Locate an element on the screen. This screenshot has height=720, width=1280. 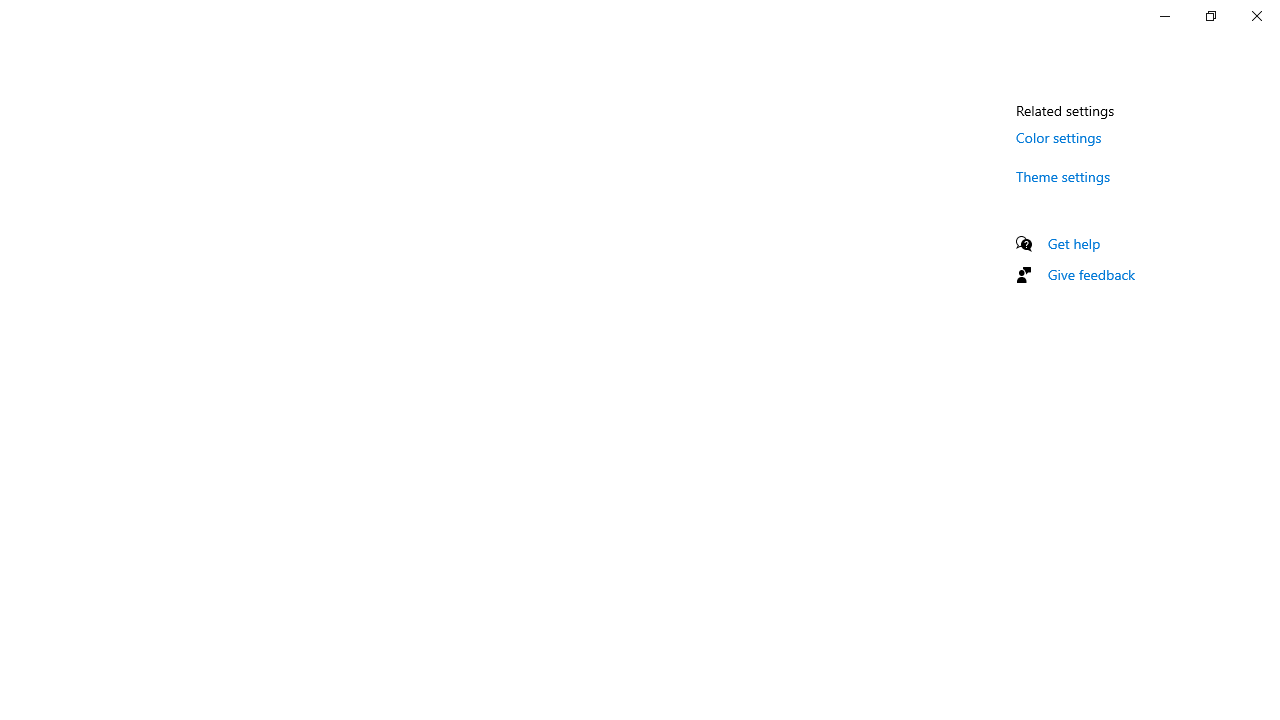
'Color settings' is located at coordinates (1058, 136).